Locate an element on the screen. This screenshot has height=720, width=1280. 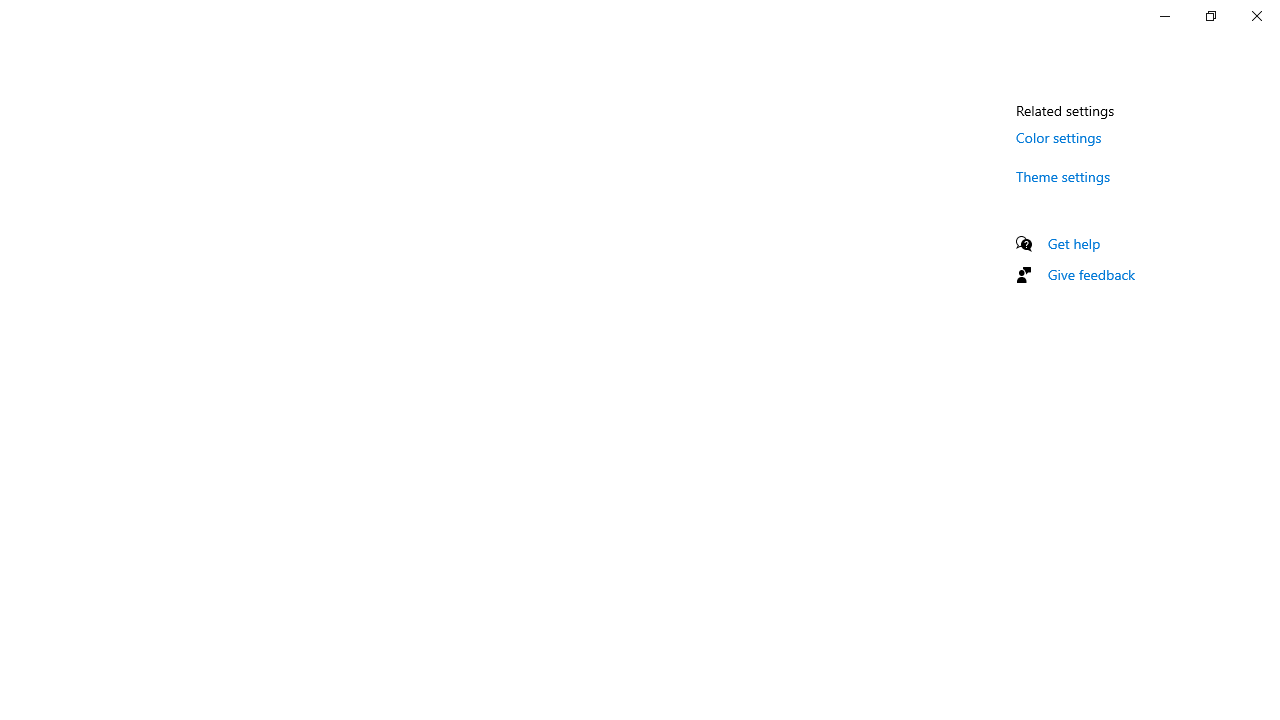
'Color settings' is located at coordinates (1058, 136).